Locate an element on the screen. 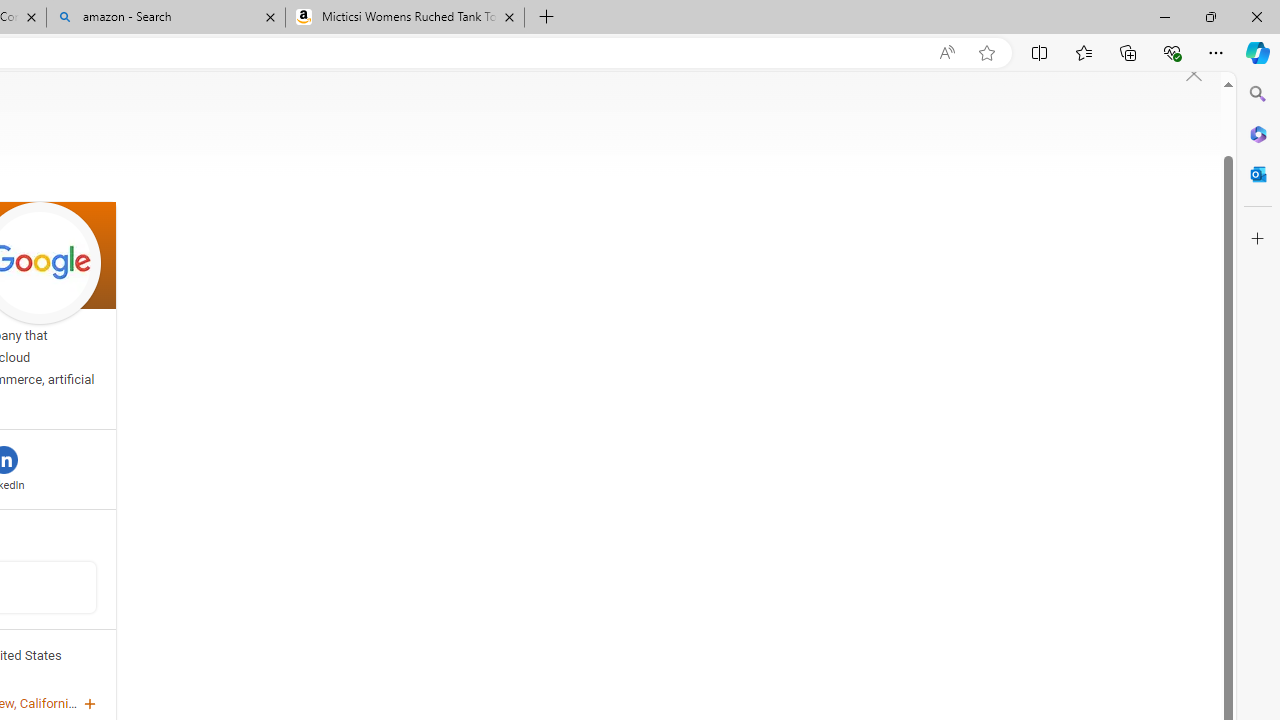 This screenshot has width=1280, height=720. 'Copilot (Ctrl+Shift+.)' is located at coordinates (1257, 51).